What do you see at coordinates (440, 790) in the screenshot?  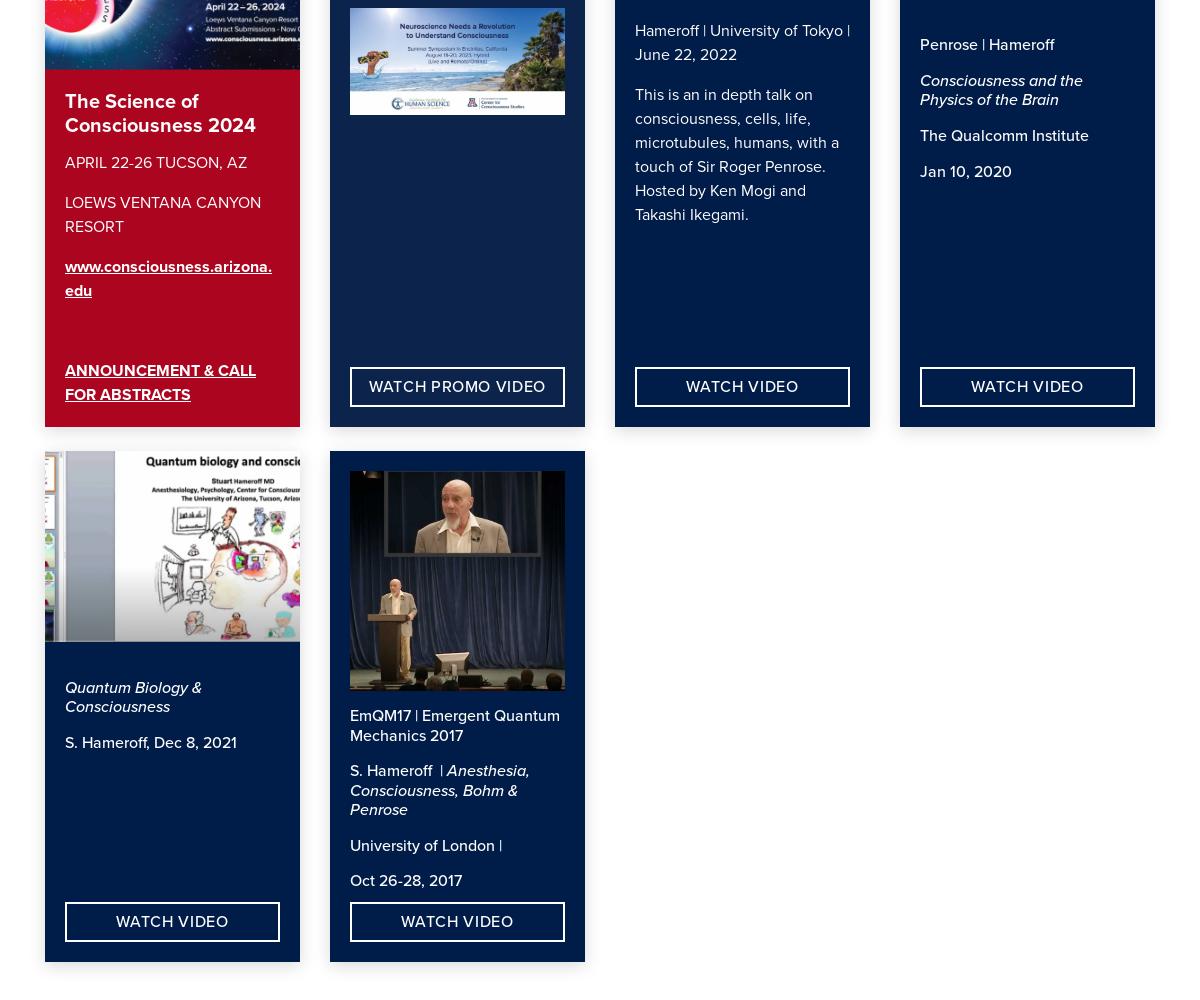 I see `'Anesthesia, Consciousness, Bohm & Penrose'` at bounding box center [440, 790].